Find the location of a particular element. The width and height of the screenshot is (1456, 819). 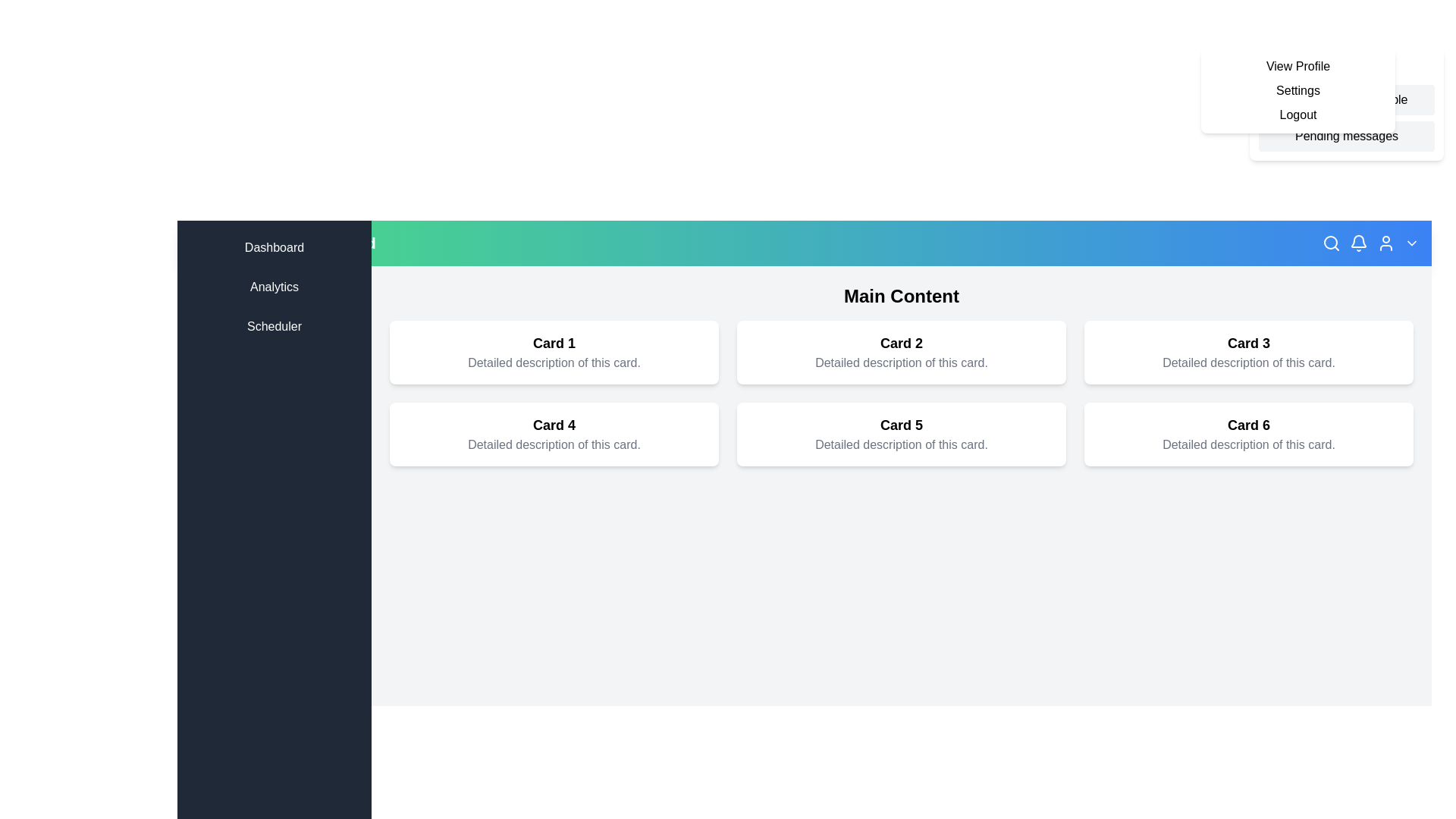

the text label that provides supplementary information for 'Card 2', located directly below its title in the second card of the top row is located at coordinates (902, 362).